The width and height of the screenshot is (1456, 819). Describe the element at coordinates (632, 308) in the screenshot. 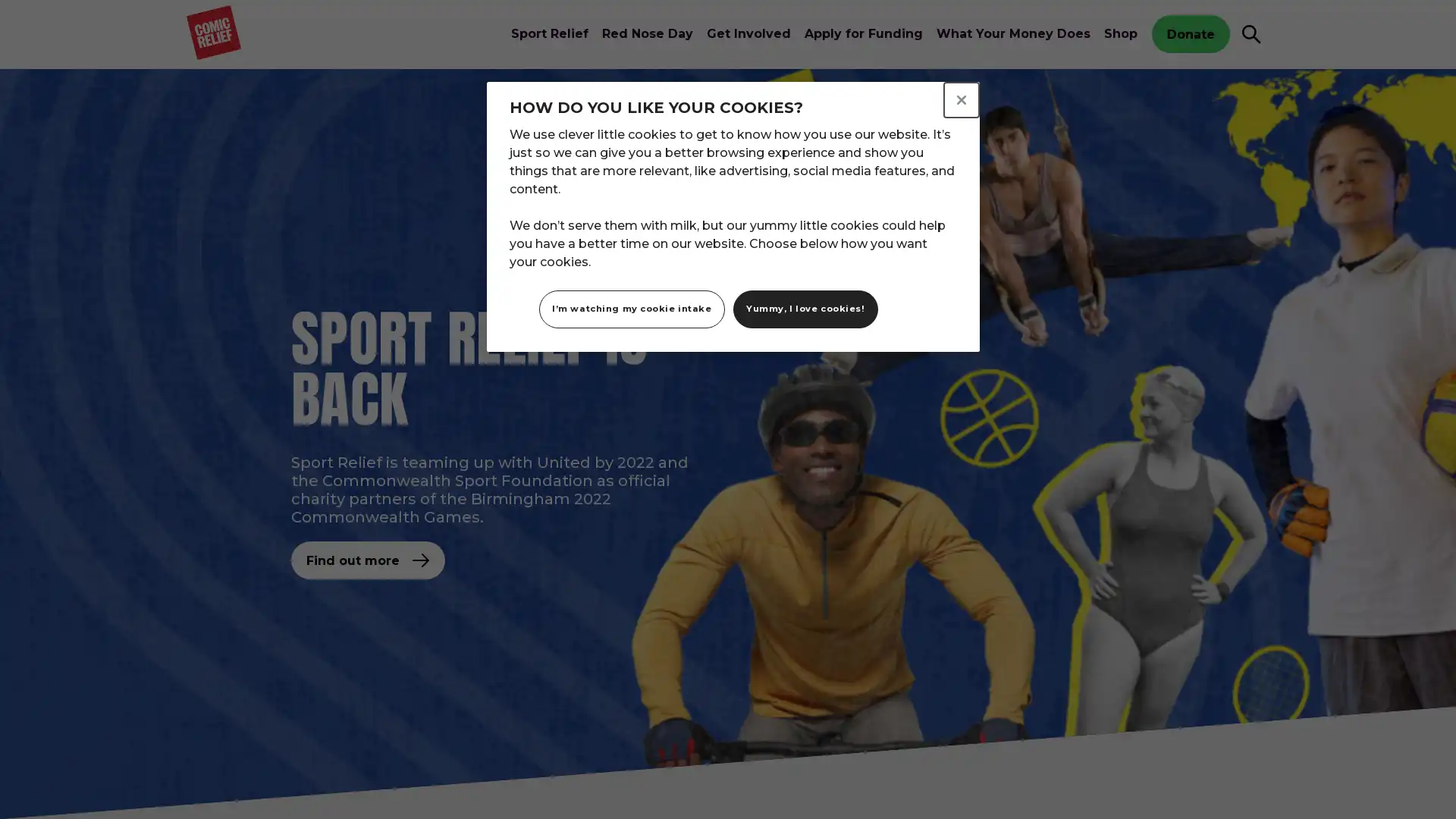

I see `Im watching my cookie intake` at that location.